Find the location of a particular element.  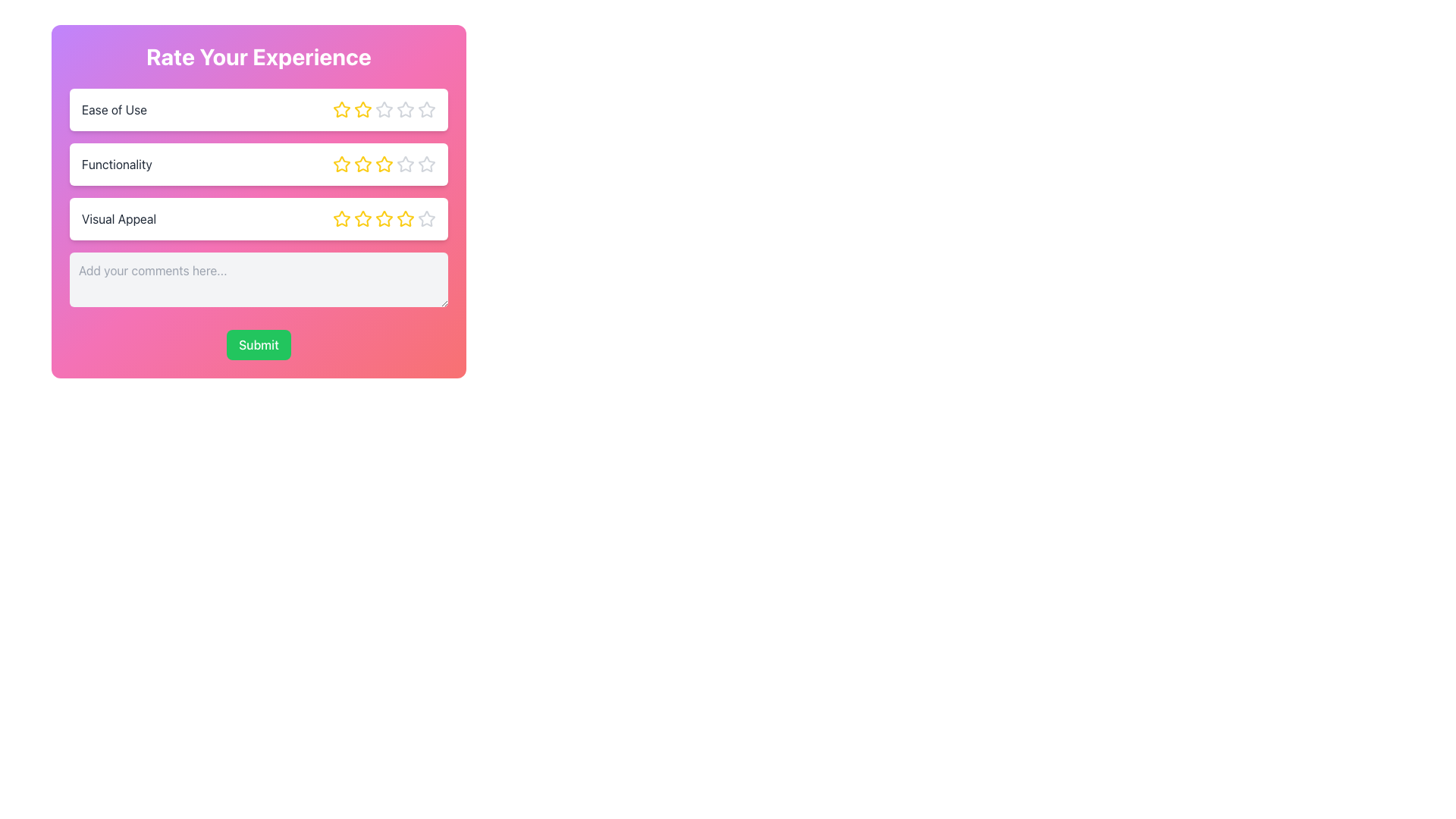

the fifth star icon in the rating system for 'Visual Appeal' is located at coordinates (425, 219).